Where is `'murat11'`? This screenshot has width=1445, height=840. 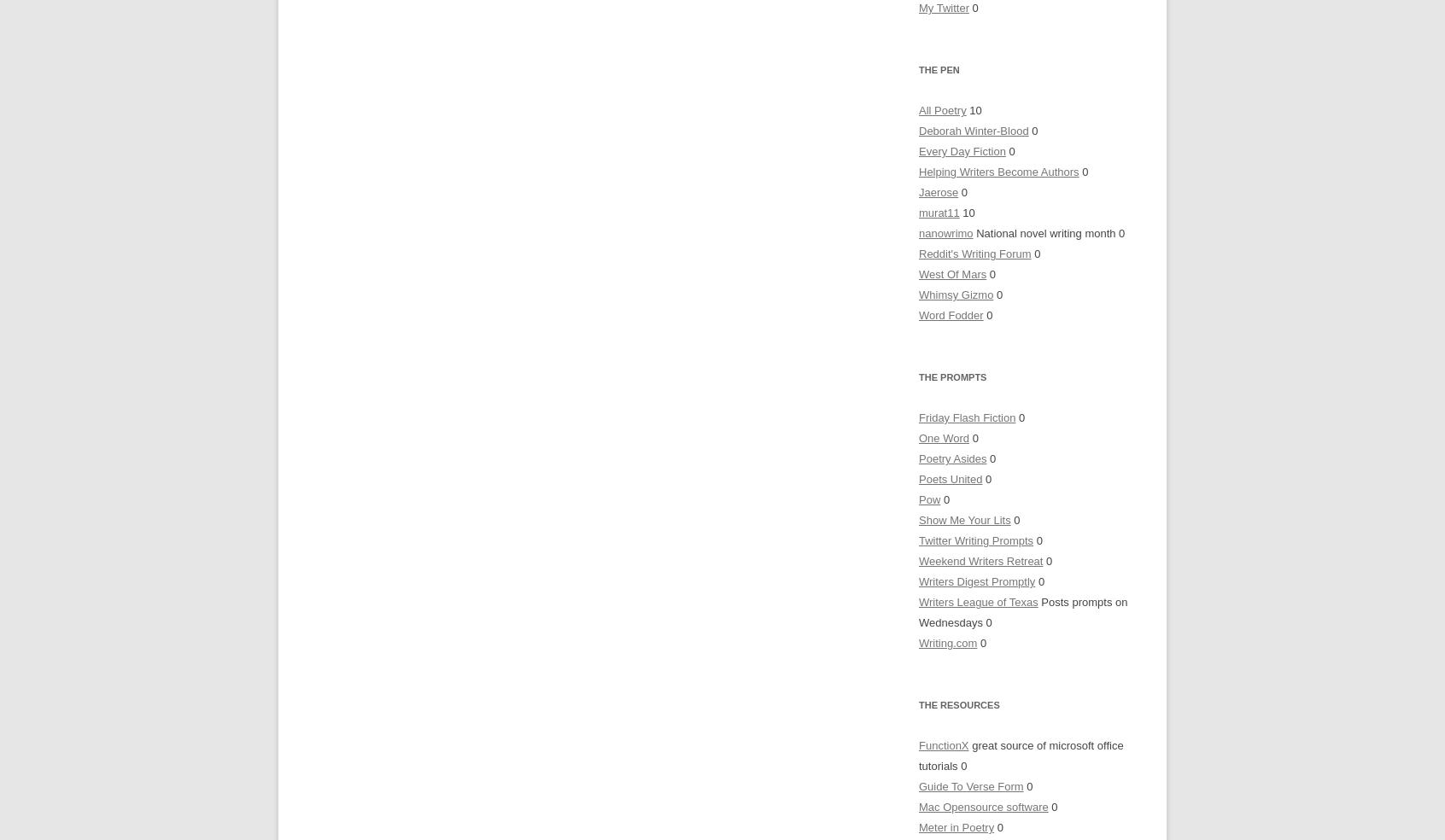
'murat11' is located at coordinates (939, 212).